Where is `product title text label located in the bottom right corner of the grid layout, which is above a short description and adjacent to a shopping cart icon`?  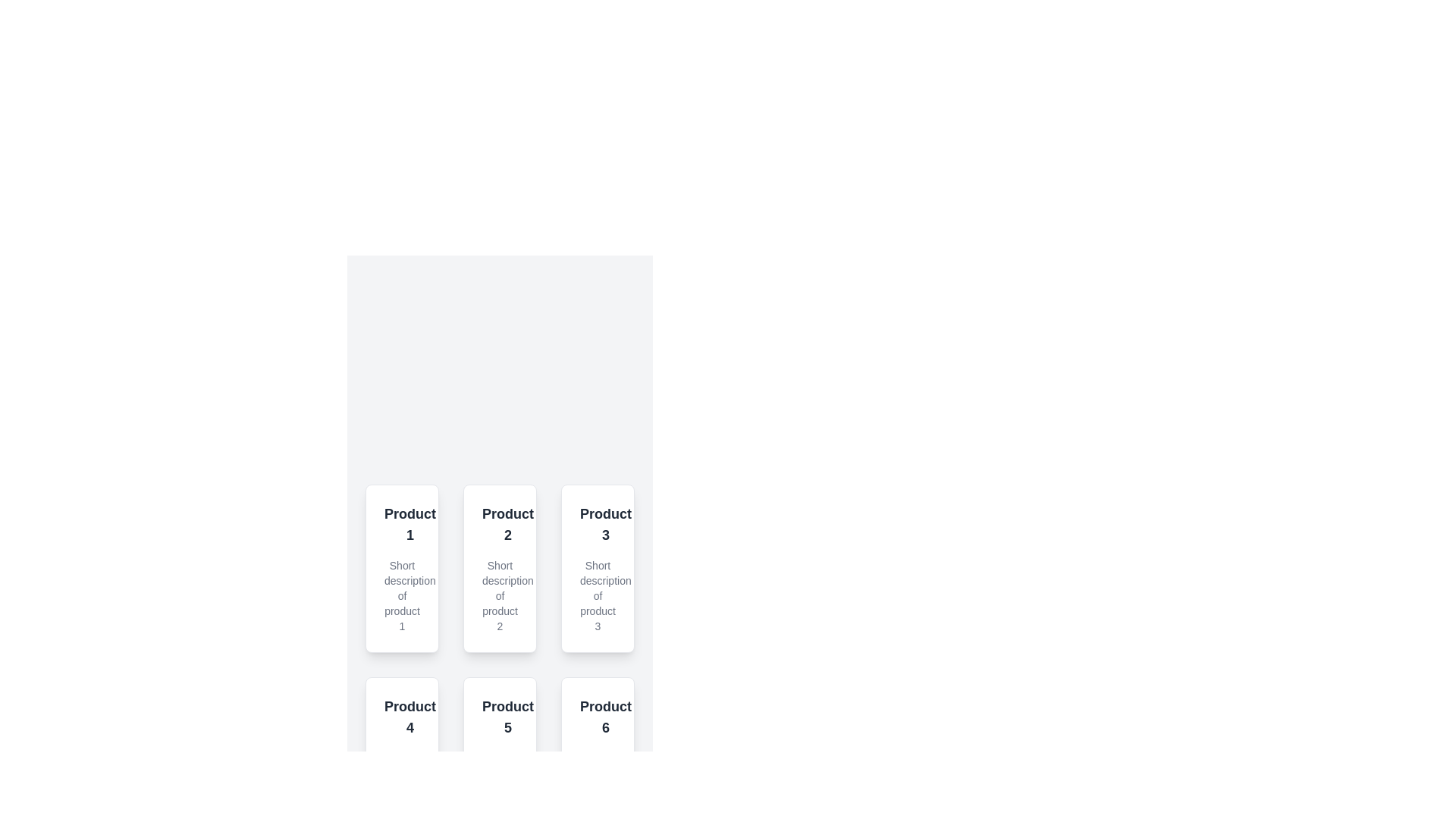 product title text label located in the bottom right corner of the grid layout, which is above a short description and adjacent to a shopping cart icon is located at coordinates (597, 717).